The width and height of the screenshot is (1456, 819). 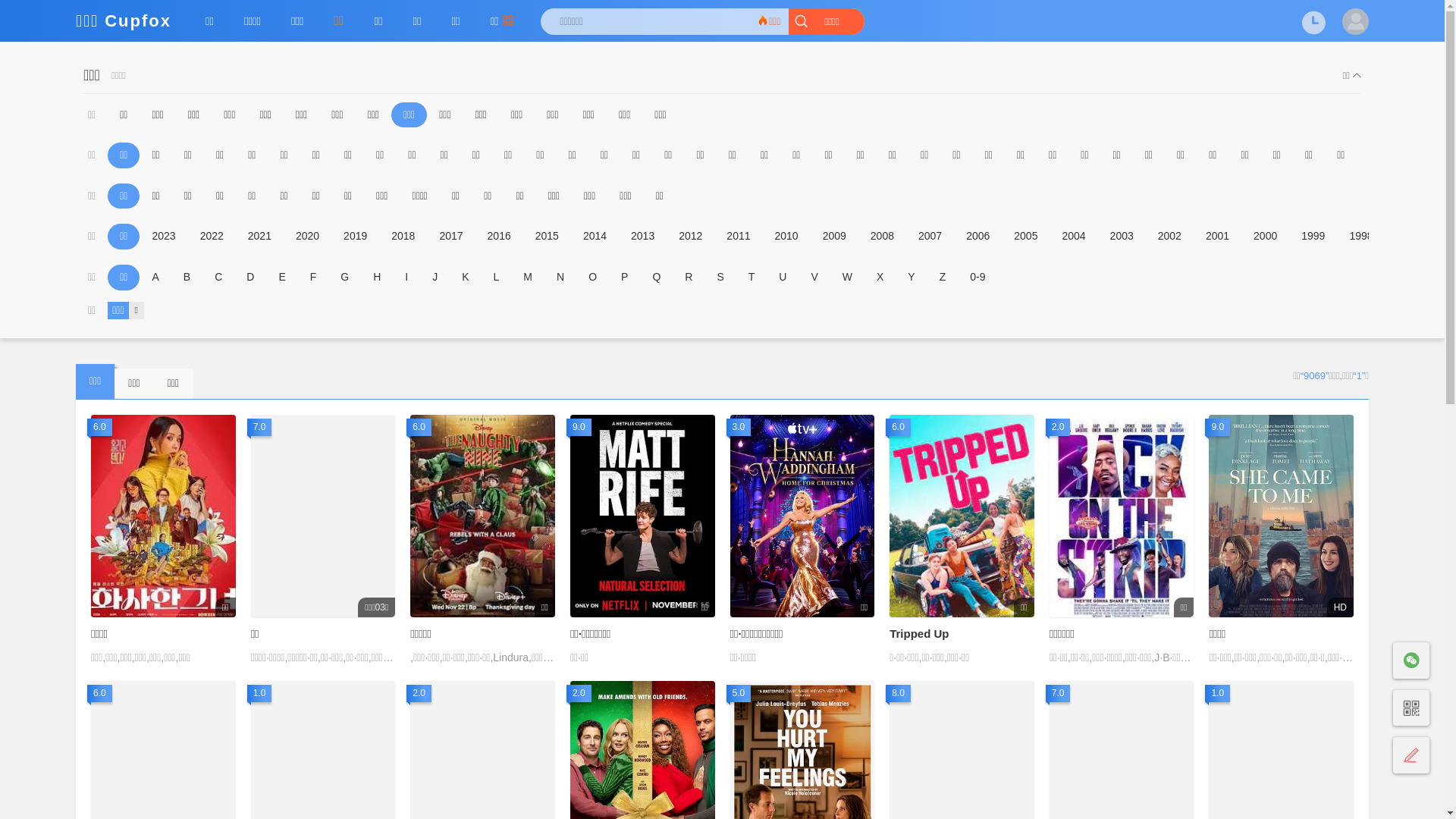 What do you see at coordinates (882, 237) in the screenshot?
I see `'2008'` at bounding box center [882, 237].